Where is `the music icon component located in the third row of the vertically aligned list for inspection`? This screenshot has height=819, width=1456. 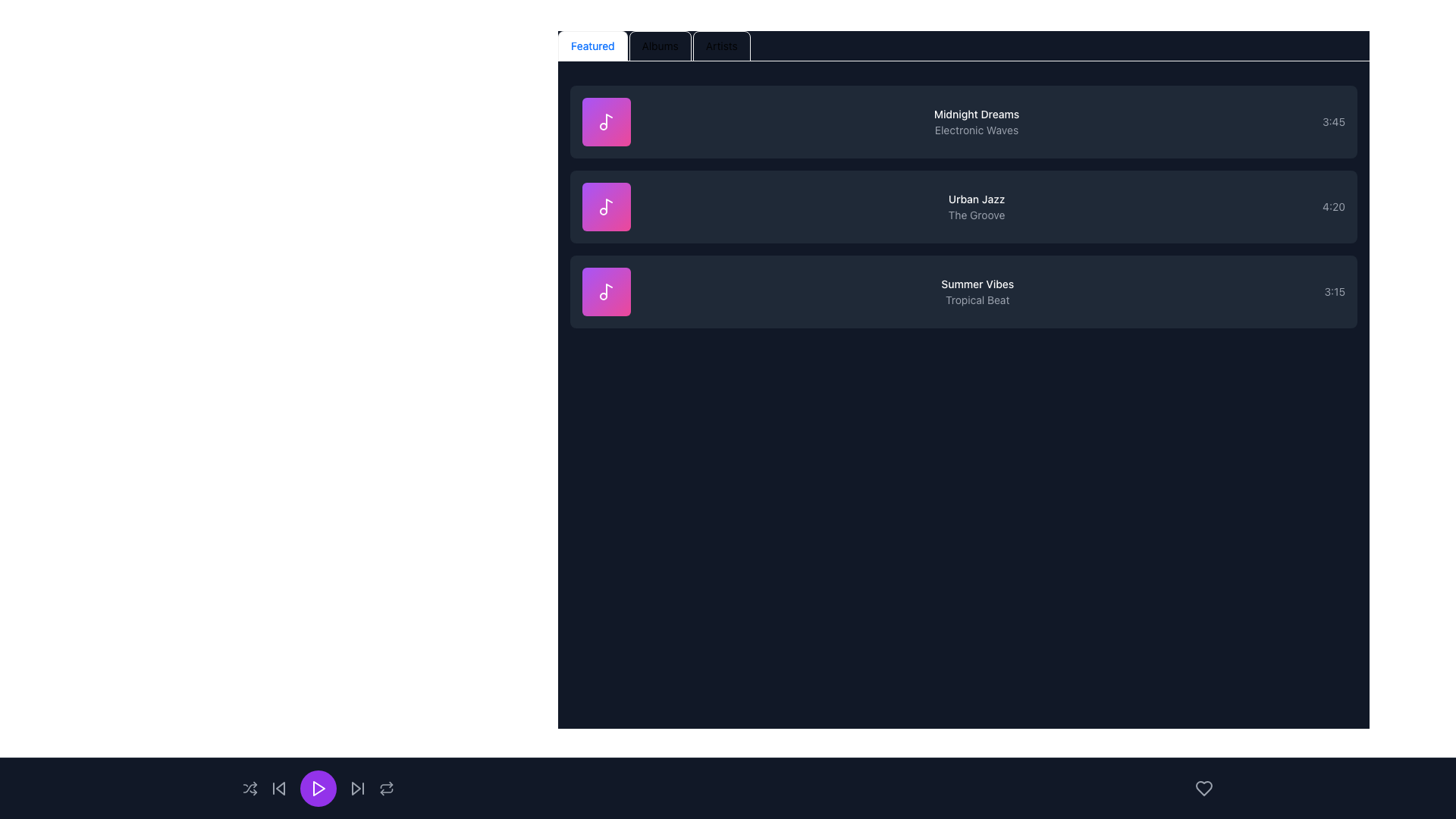
the music icon component located in the third row of the vertically aligned list for inspection is located at coordinates (607, 292).